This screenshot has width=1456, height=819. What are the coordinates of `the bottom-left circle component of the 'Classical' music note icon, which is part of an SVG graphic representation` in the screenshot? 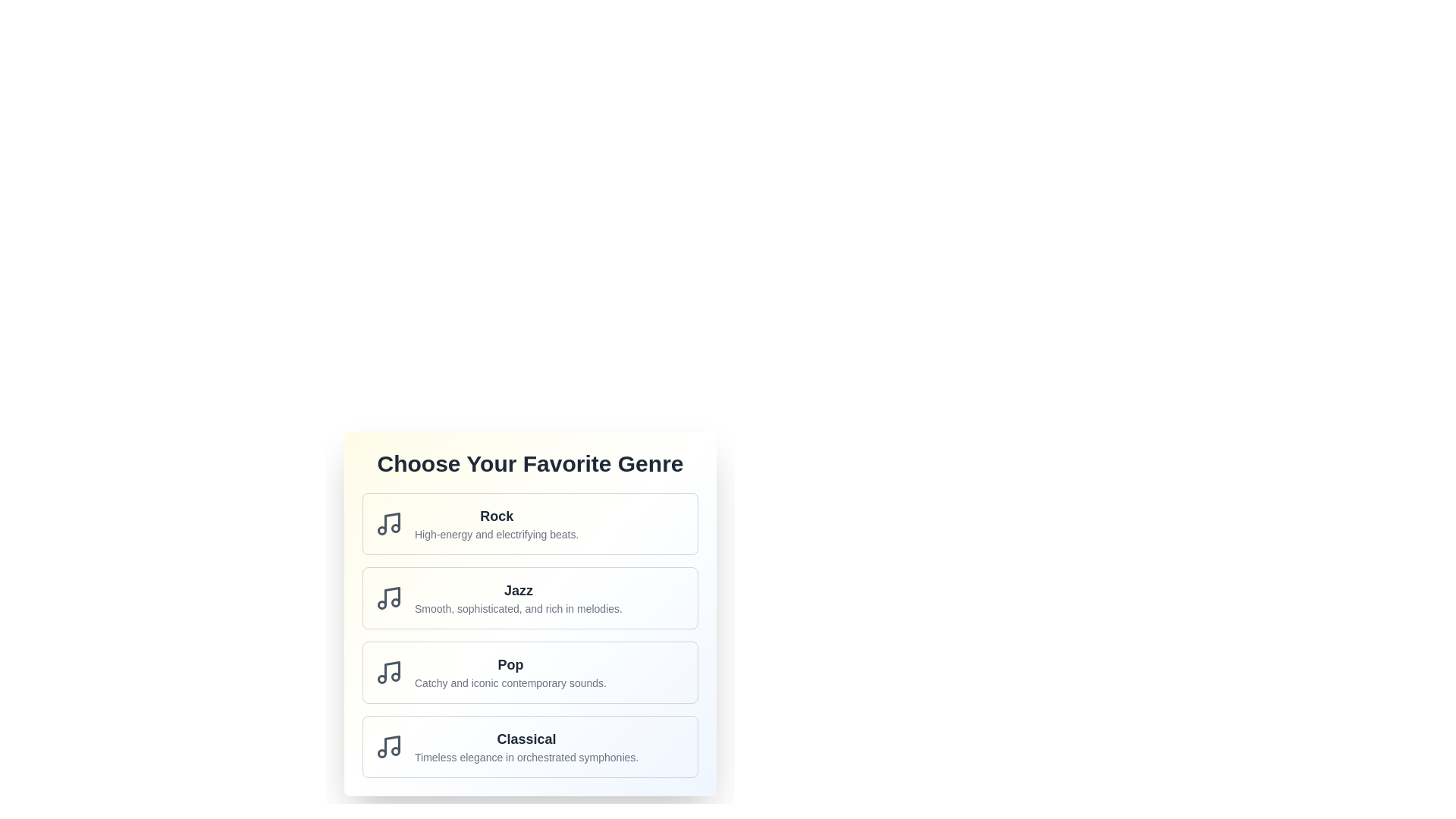 It's located at (382, 754).